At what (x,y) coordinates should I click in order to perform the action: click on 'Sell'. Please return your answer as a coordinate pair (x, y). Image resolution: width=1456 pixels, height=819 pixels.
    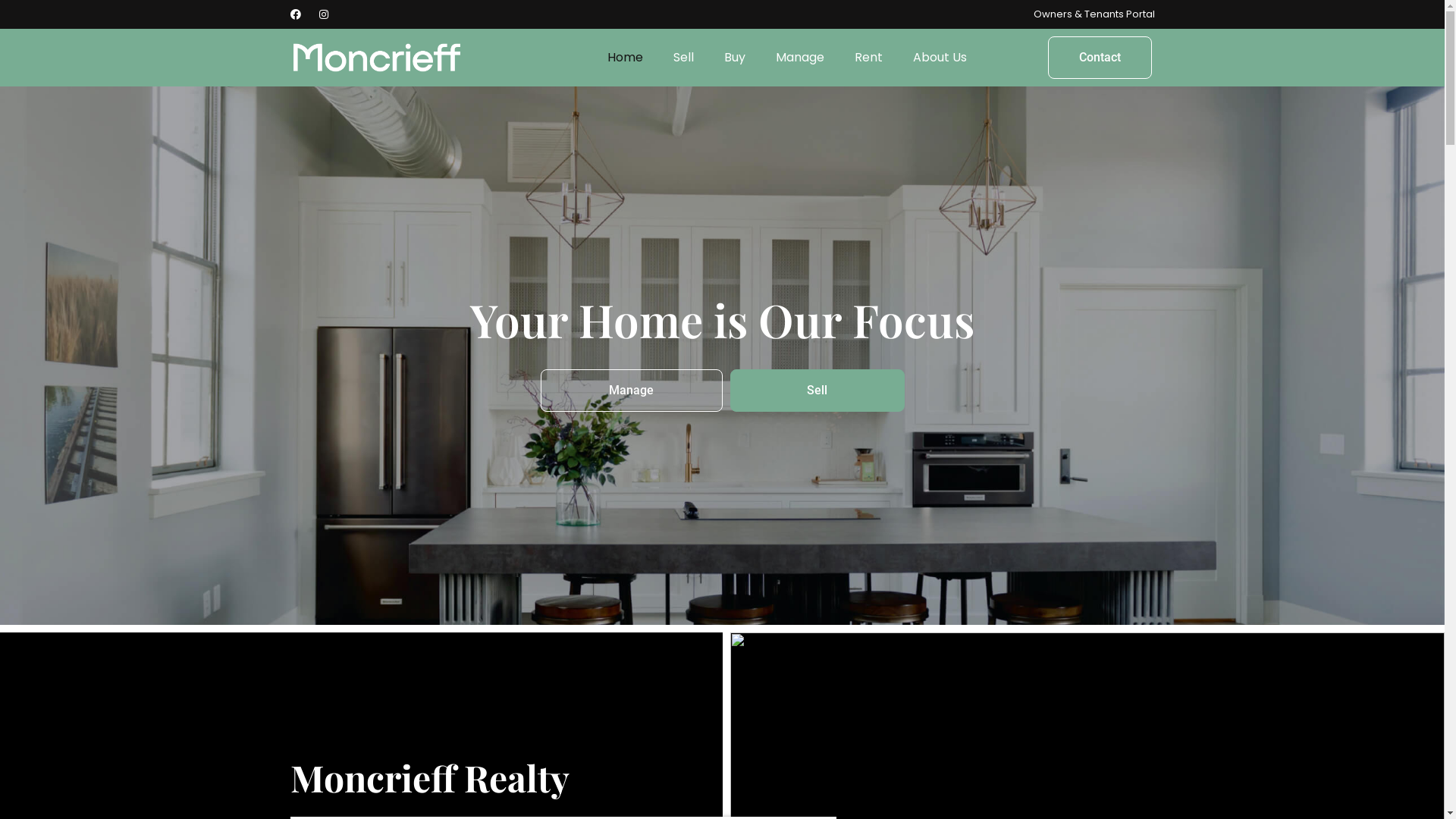
    Looking at the image, I should click on (682, 57).